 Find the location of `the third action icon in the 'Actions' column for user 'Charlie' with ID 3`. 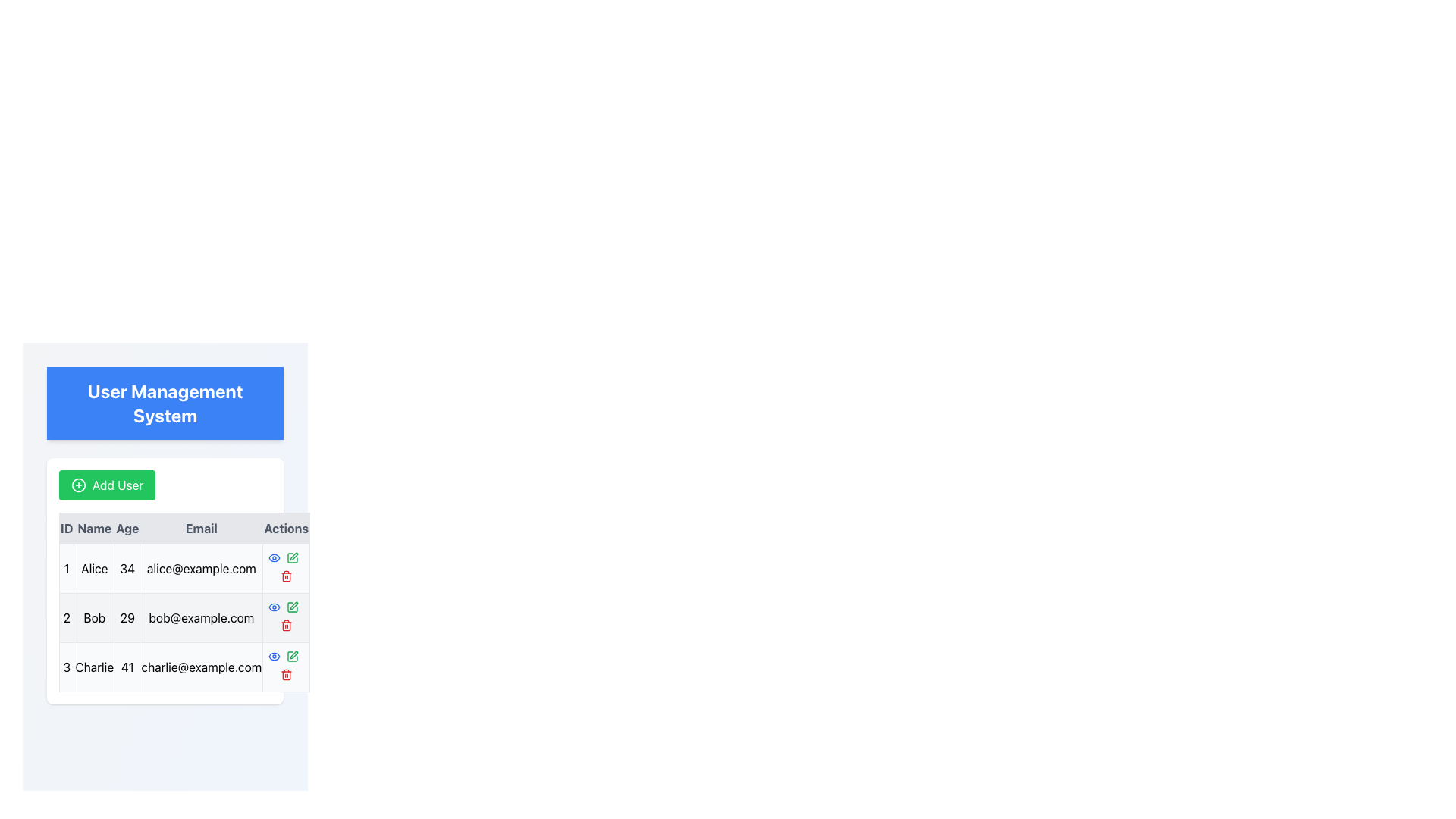

the third action icon in the 'Actions' column for user 'Charlie' with ID 3 is located at coordinates (292, 656).